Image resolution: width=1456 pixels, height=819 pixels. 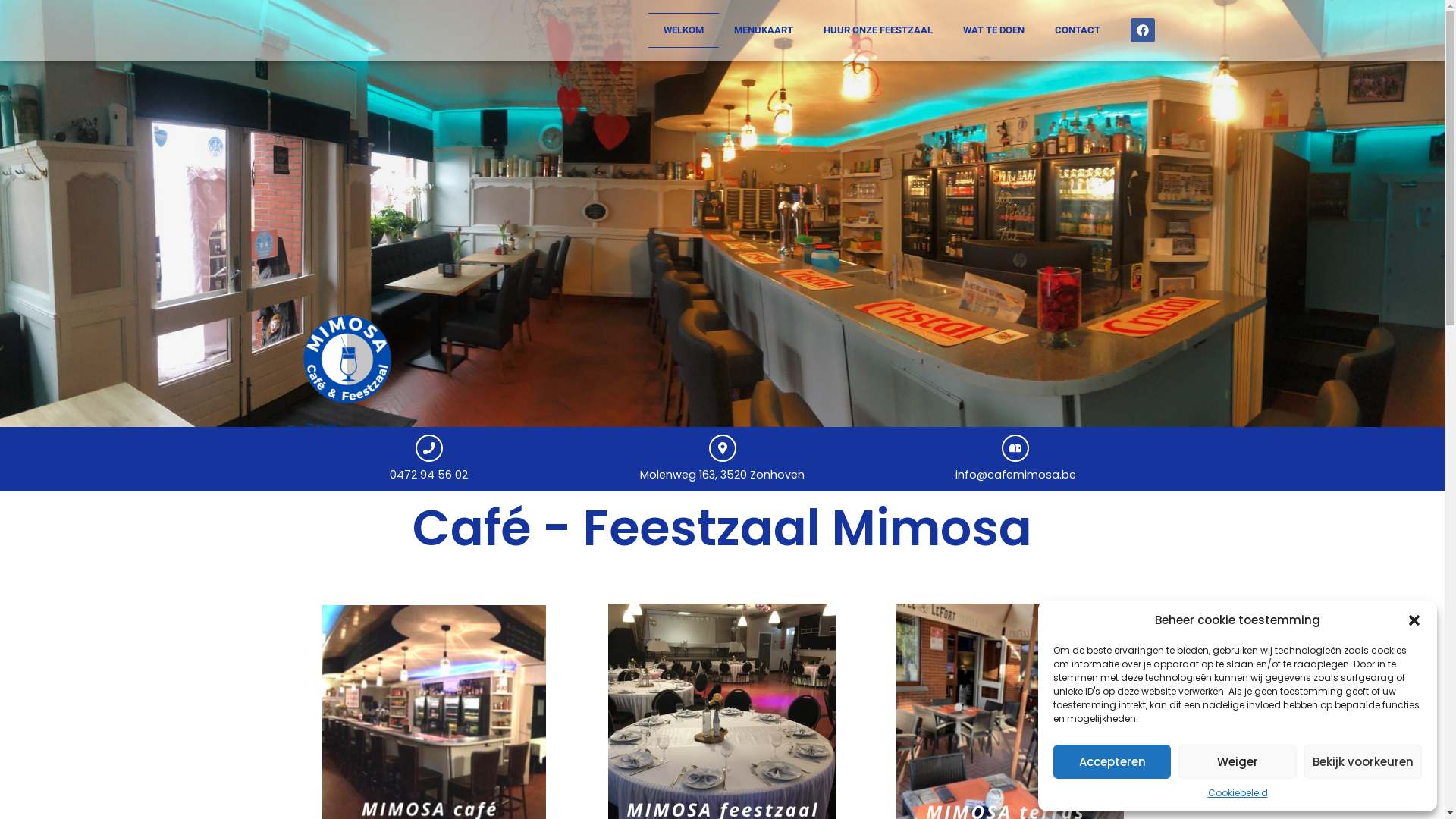 I want to click on 'Accepteren', so click(x=1112, y=761).